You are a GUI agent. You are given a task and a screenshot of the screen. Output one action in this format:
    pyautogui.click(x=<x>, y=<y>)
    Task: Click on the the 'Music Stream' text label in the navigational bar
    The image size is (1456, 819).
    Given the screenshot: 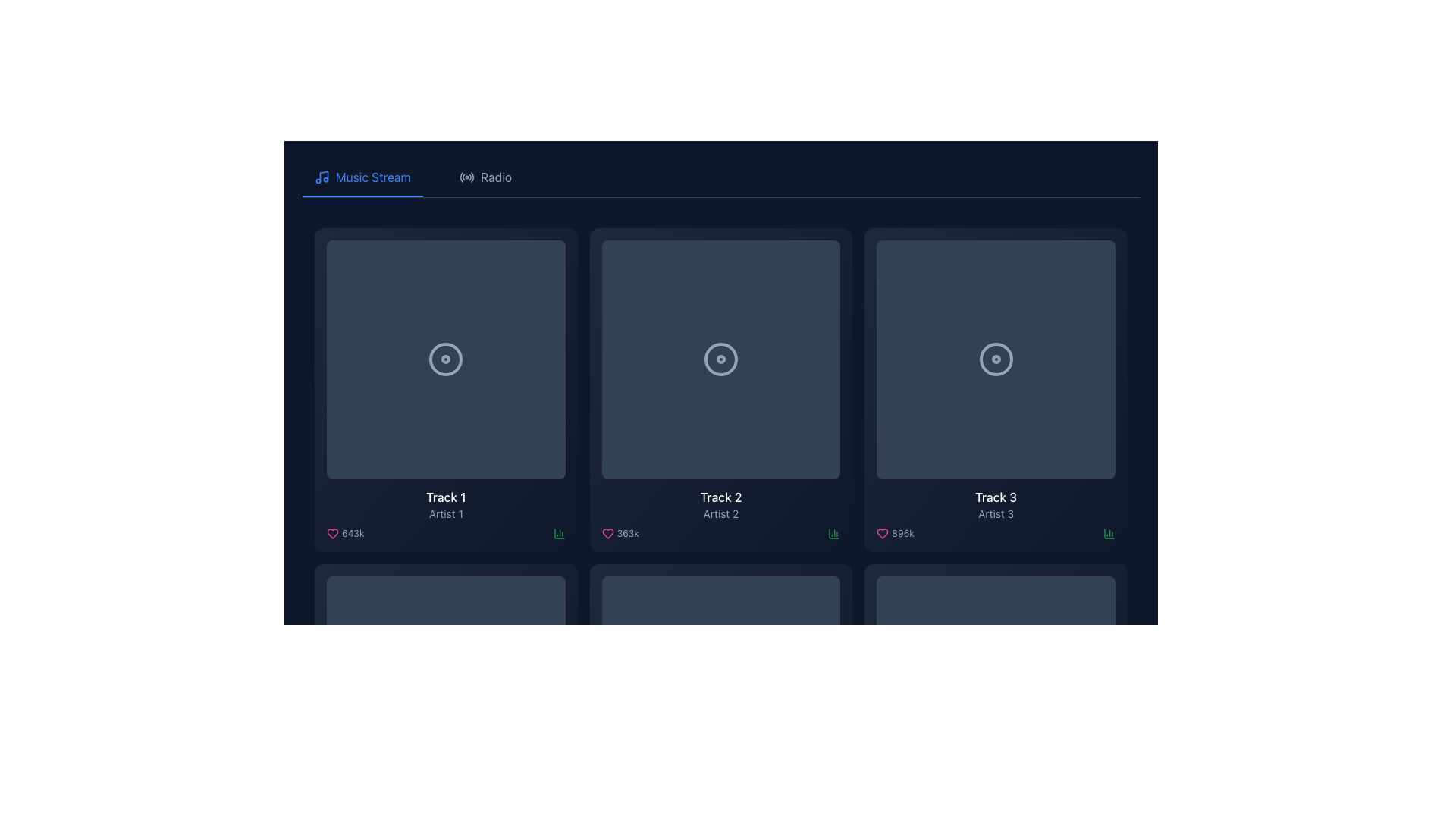 What is the action you would take?
    pyautogui.click(x=373, y=177)
    